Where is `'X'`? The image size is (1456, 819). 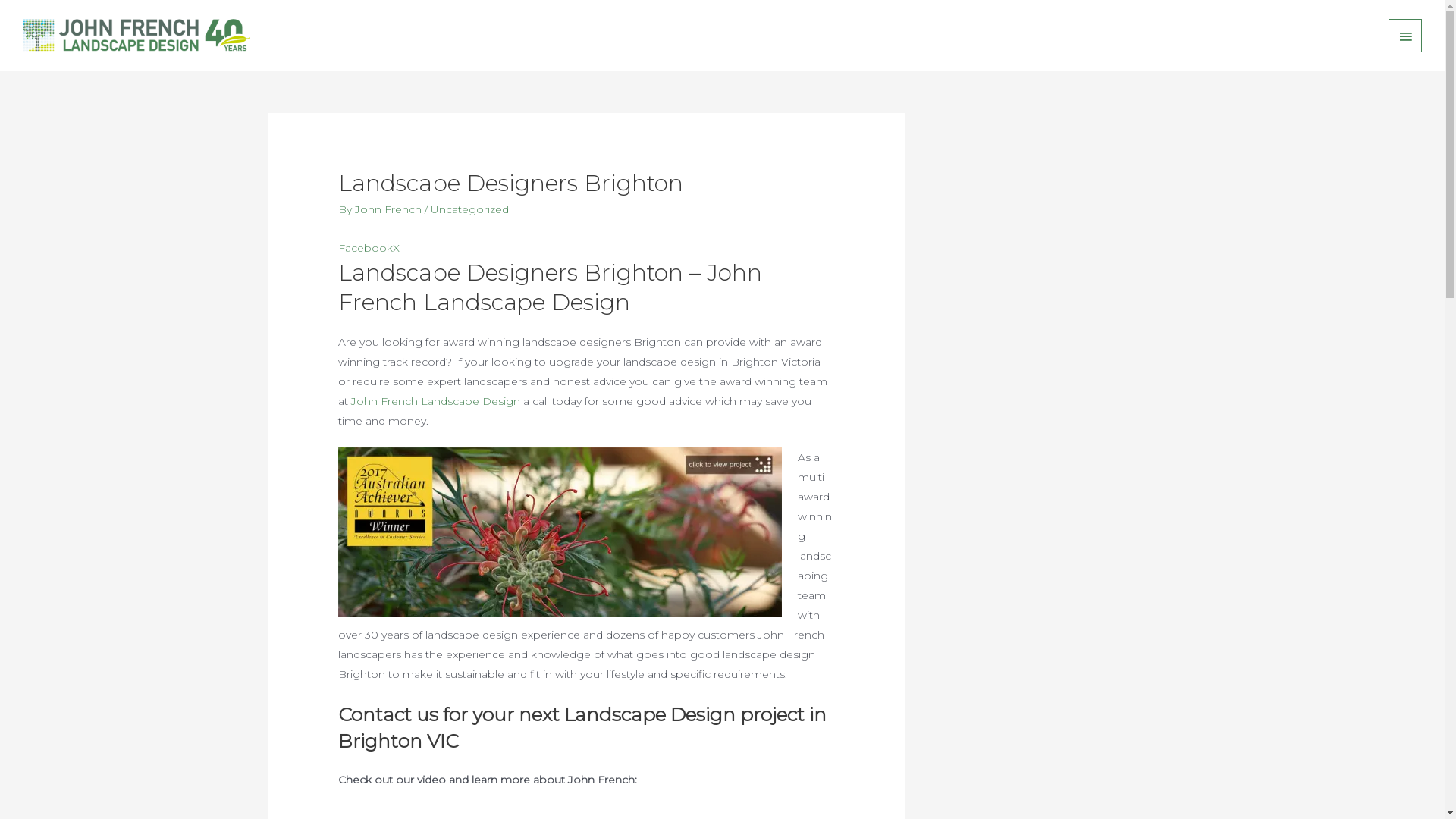 'X' is located at coordinates (396, 247).